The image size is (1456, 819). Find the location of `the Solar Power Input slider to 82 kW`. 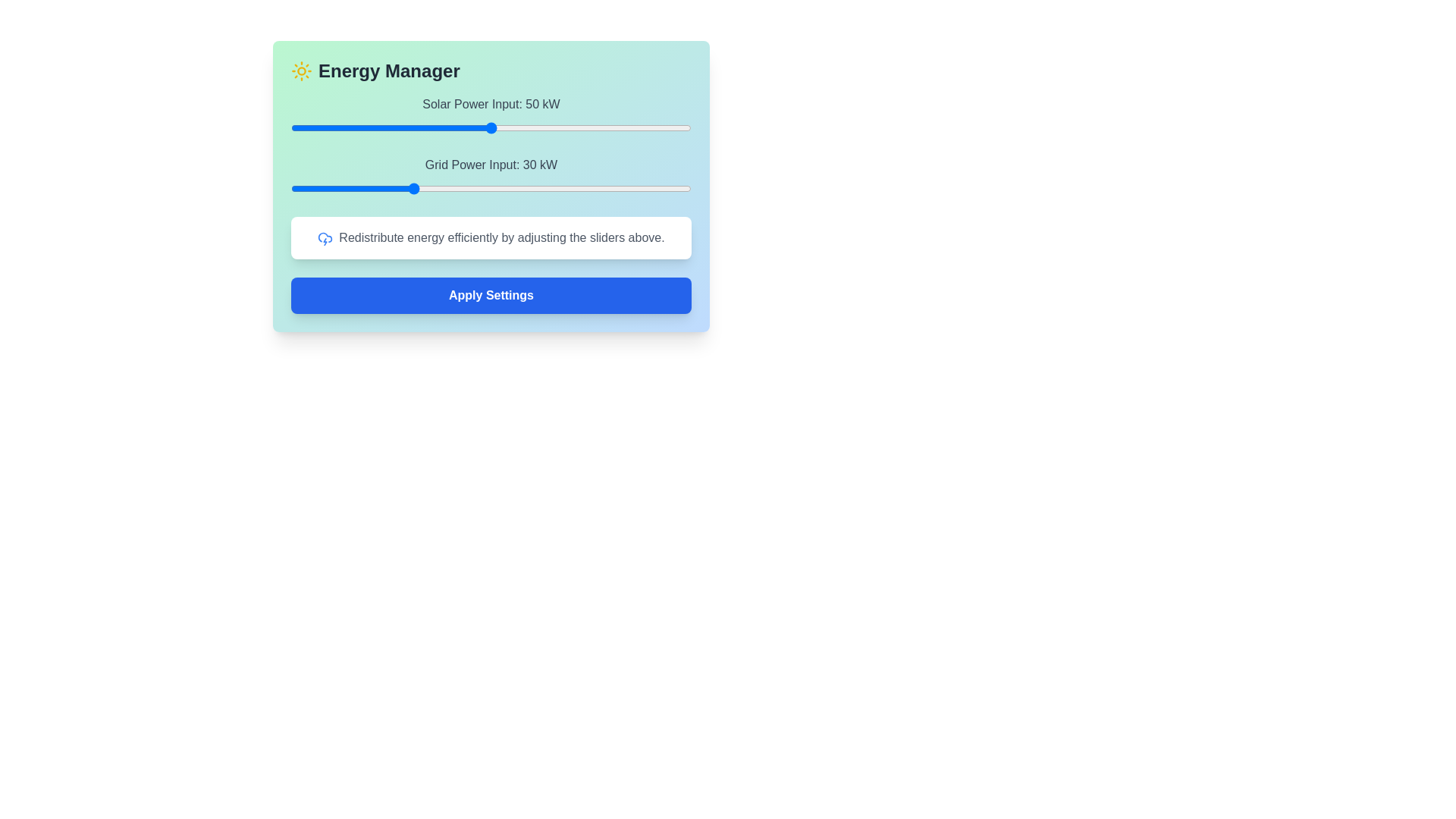

the Solar Power Input slider to 82 kW is located at coordinates (619, 127).